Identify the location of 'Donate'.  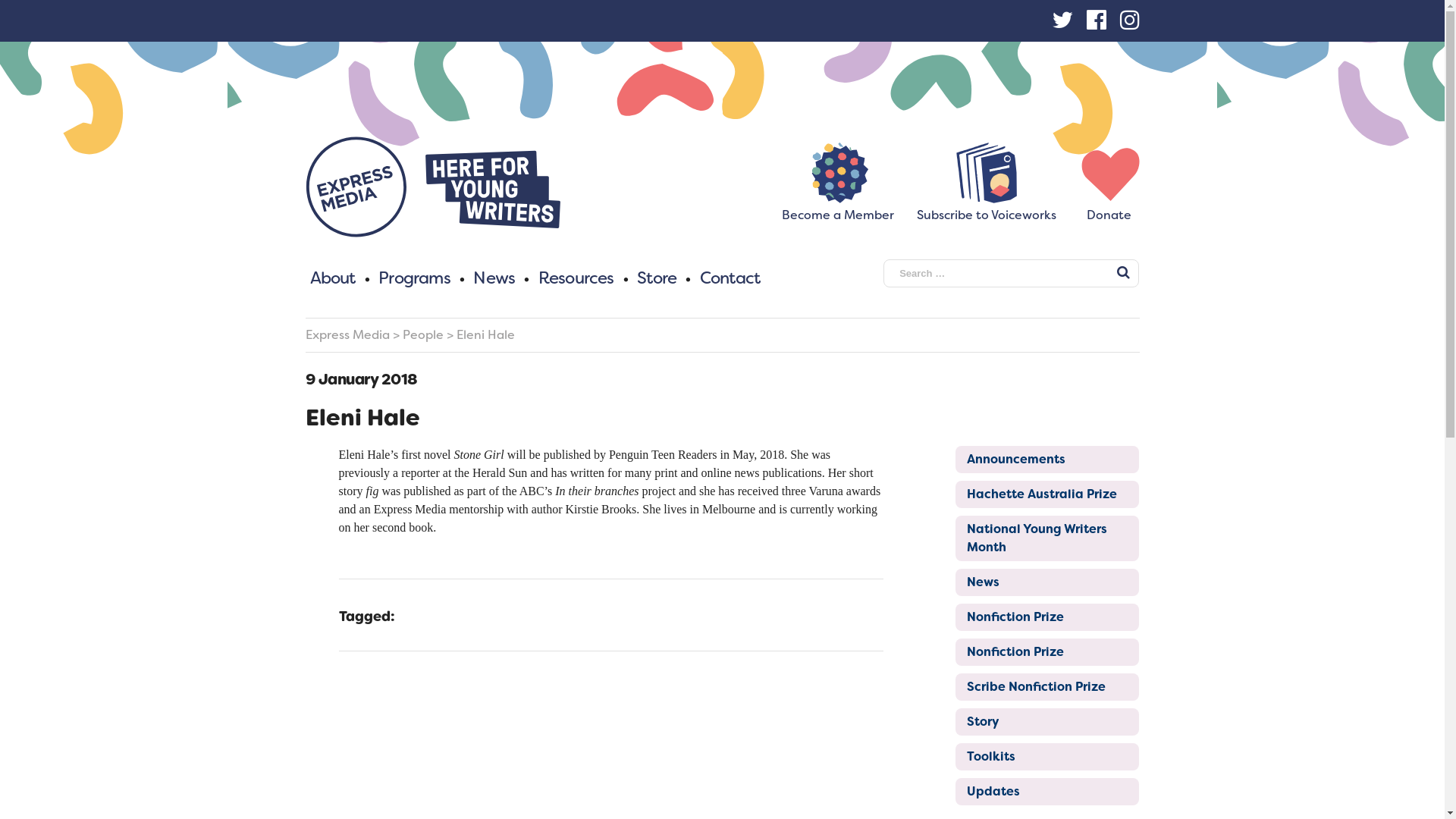
(1109, 209).